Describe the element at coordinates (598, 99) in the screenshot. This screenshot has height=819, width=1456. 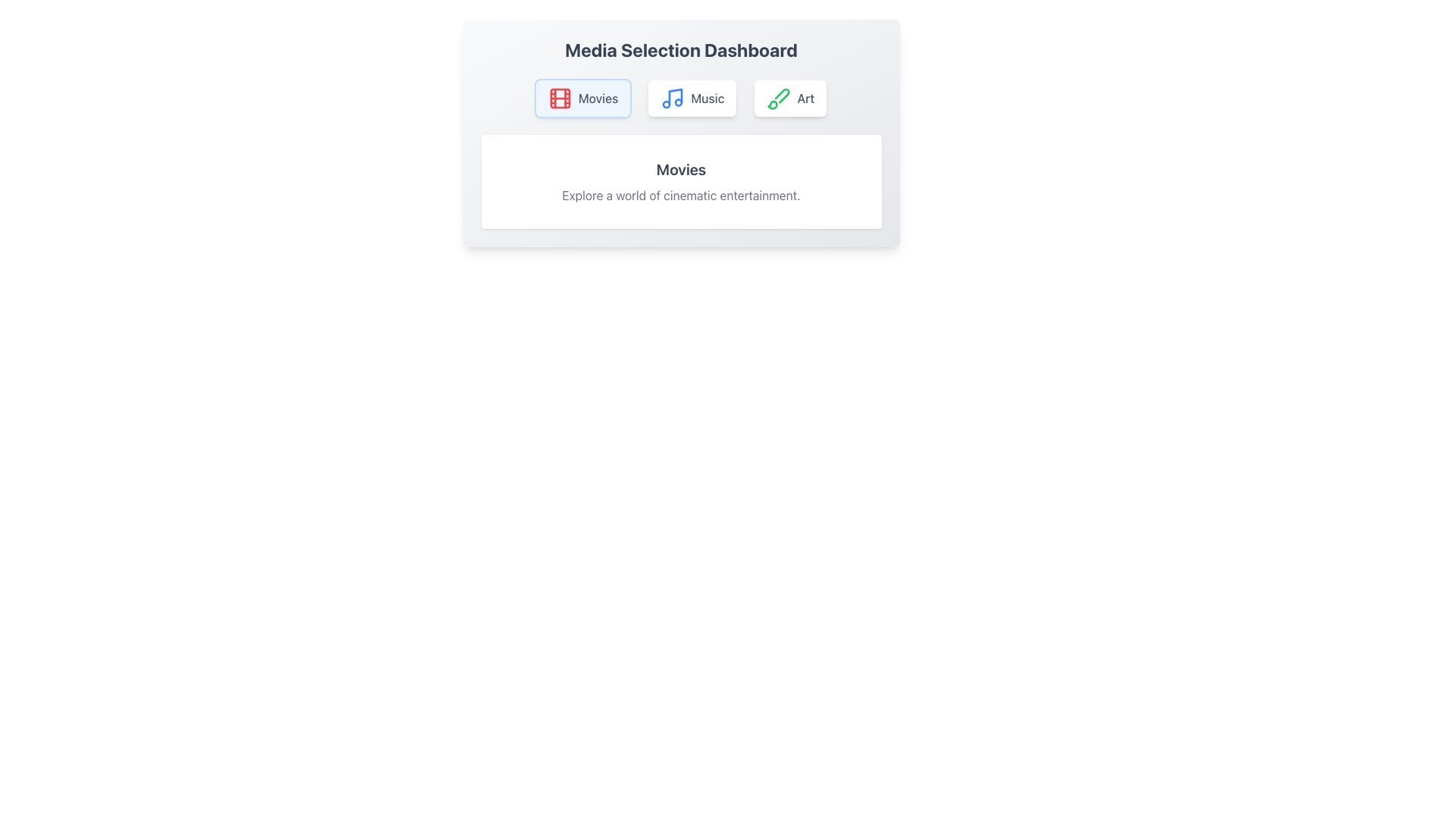
I see `the text label for the media category 'Movies', which is positioned to the right of a red film strip icon in the media dashboard interface` at that location.